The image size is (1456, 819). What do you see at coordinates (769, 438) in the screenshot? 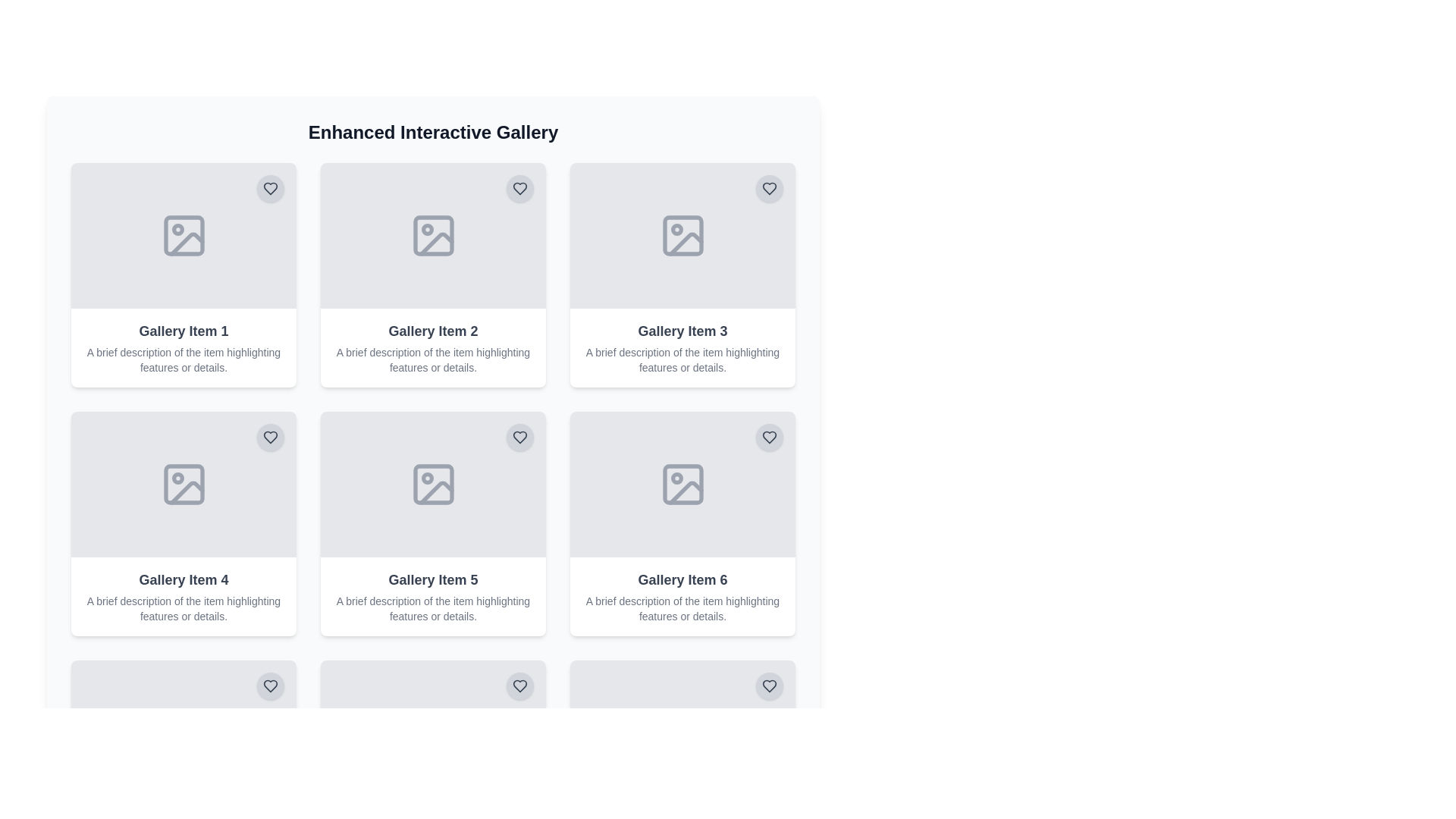
I see `the circular button with a gray background and heart icon` at bounding box center [769, 438].